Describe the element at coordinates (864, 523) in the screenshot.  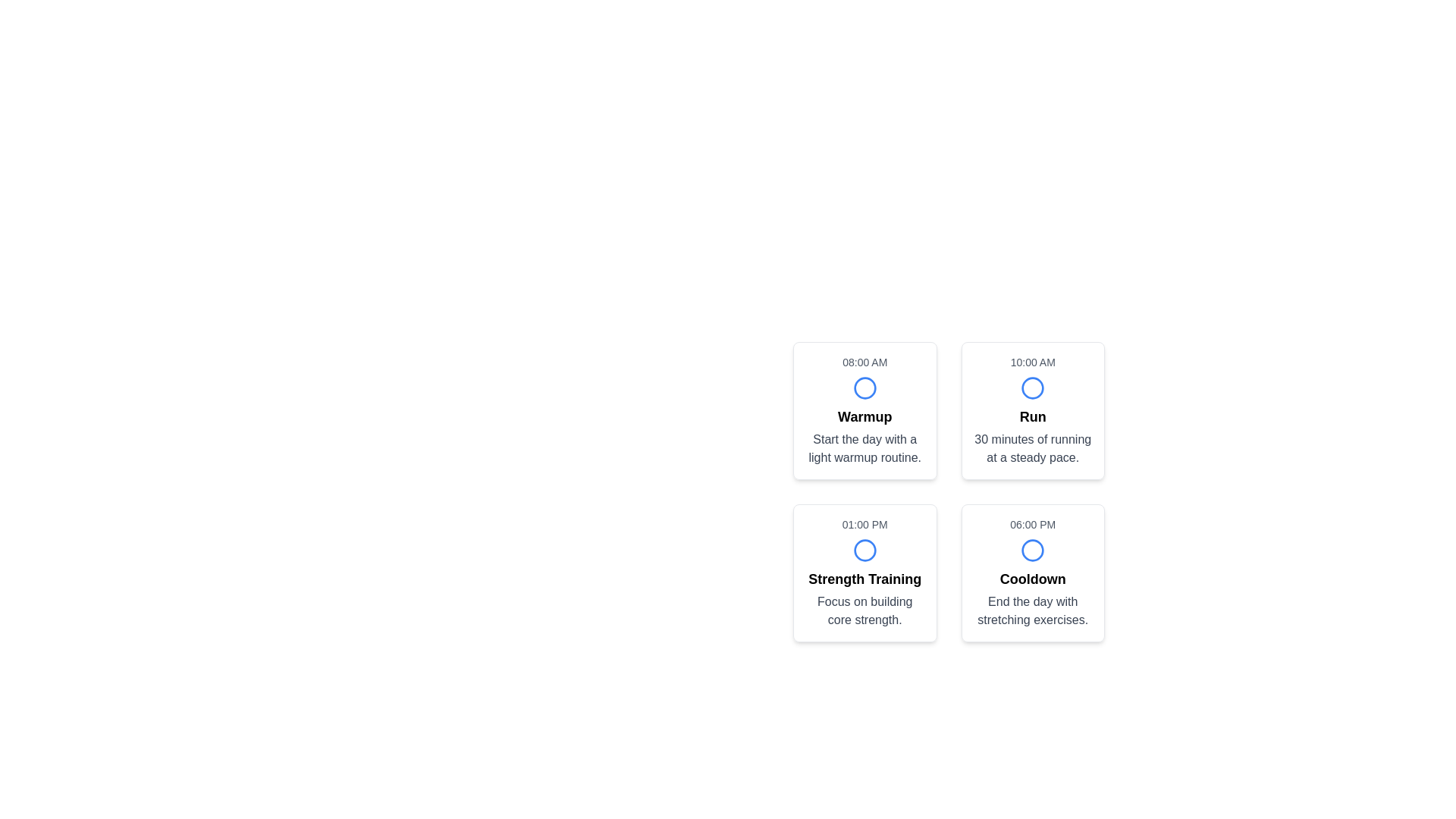
I see `the timestamp text label located in the top section of the second card in the layout grid, above the blue circular icon and the activity title 'Strength Training'` at that location.